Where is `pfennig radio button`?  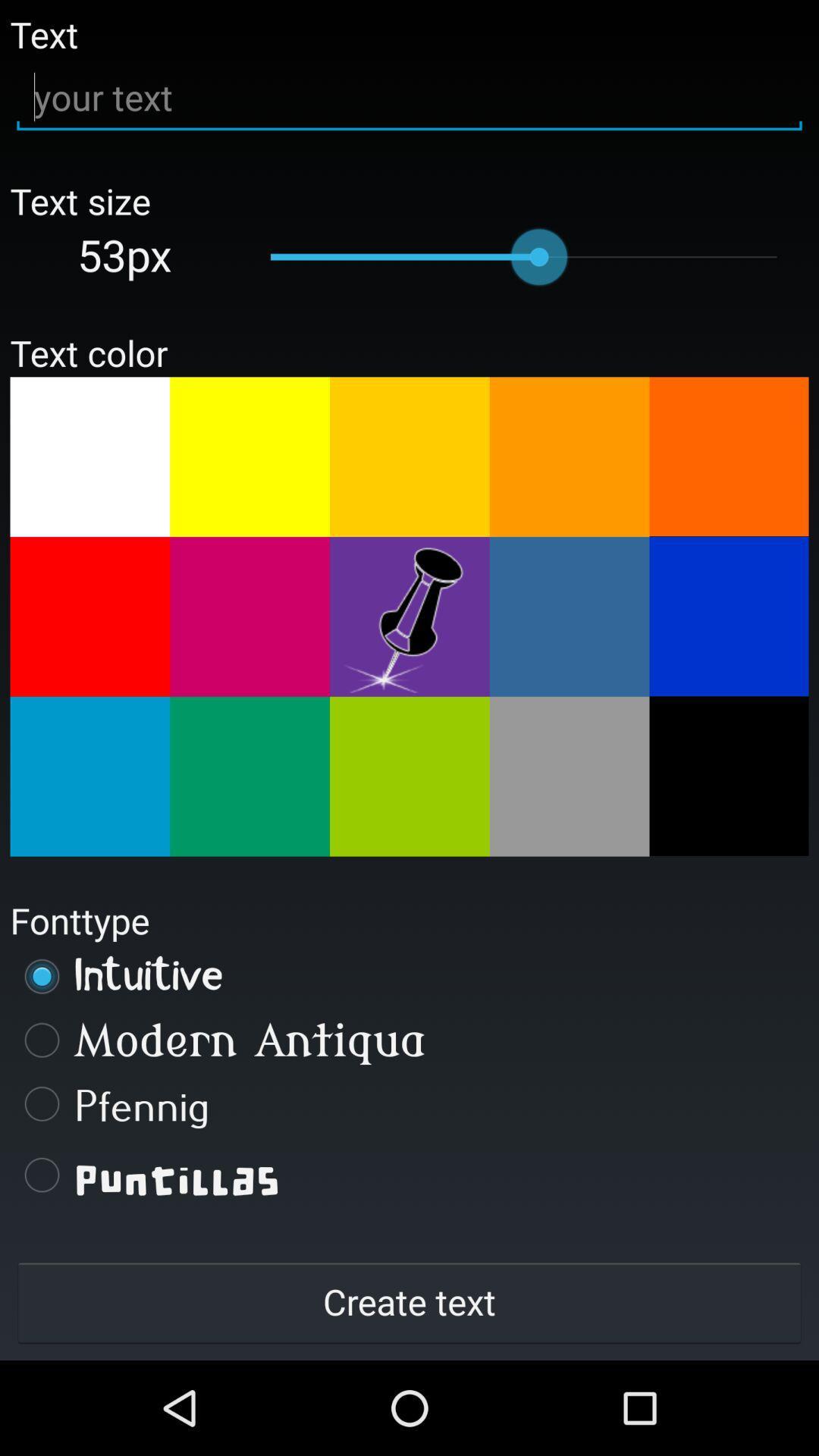 pfennig radio button is located at coordinates (409, 1103).